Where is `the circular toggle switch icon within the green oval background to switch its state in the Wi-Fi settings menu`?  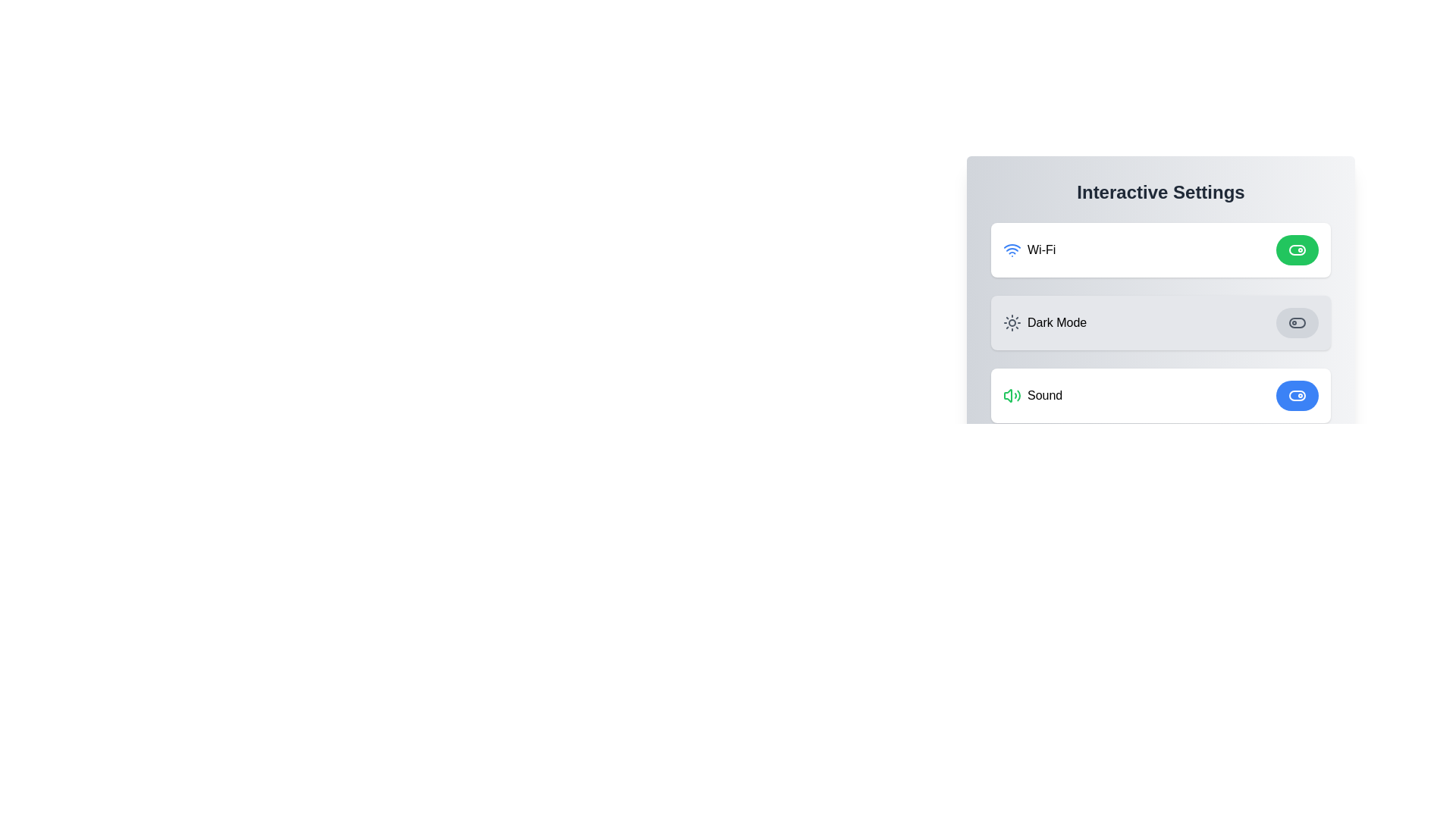 the circular toggle switch icon within the green oval background to switch its state in the Wi-Fi settings menu is located at coordinates (1296, 249).